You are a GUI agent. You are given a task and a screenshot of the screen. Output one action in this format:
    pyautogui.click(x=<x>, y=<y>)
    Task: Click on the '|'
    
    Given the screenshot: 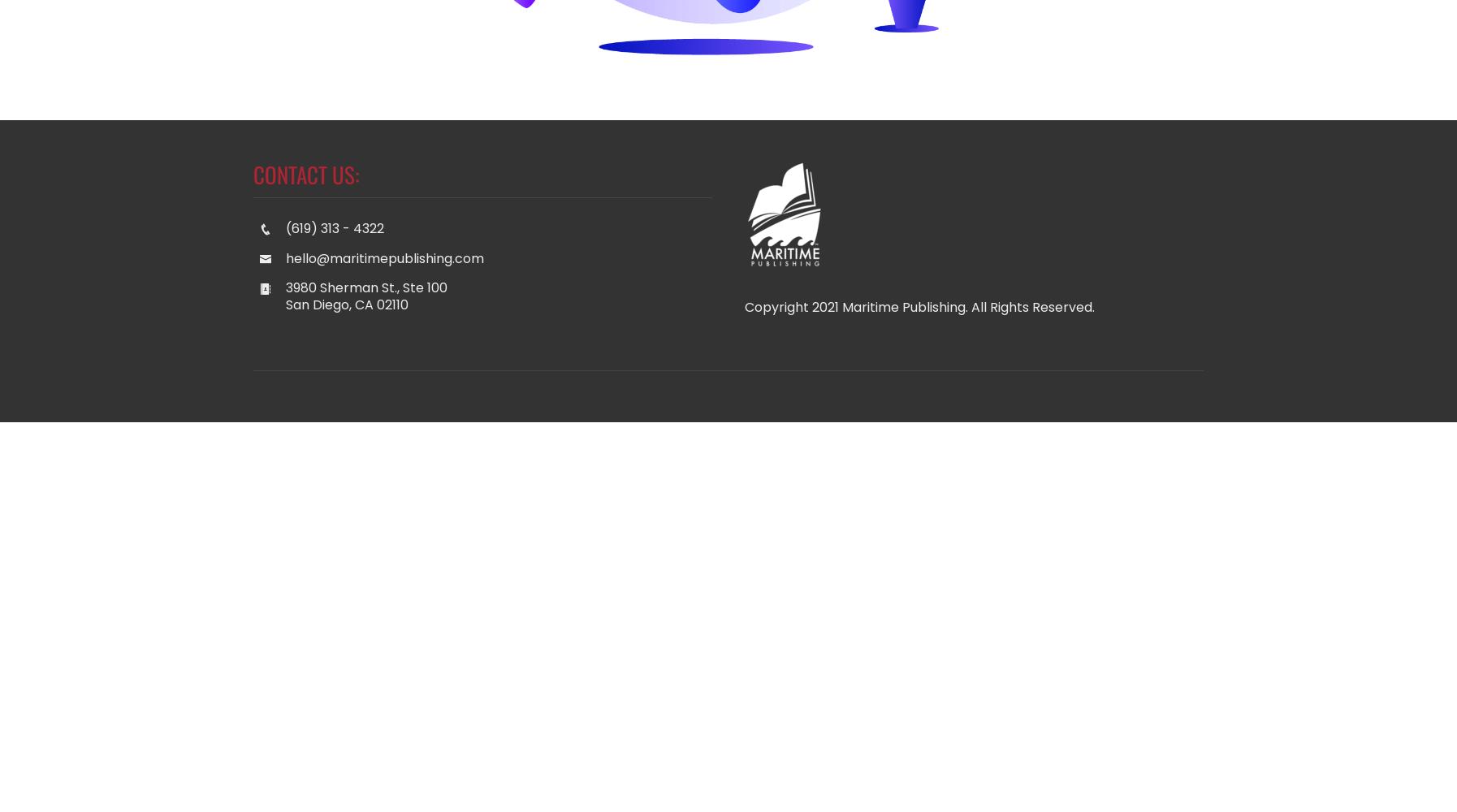 What is the action you would take?
    pyautogui.click(x=833, y=395)
    